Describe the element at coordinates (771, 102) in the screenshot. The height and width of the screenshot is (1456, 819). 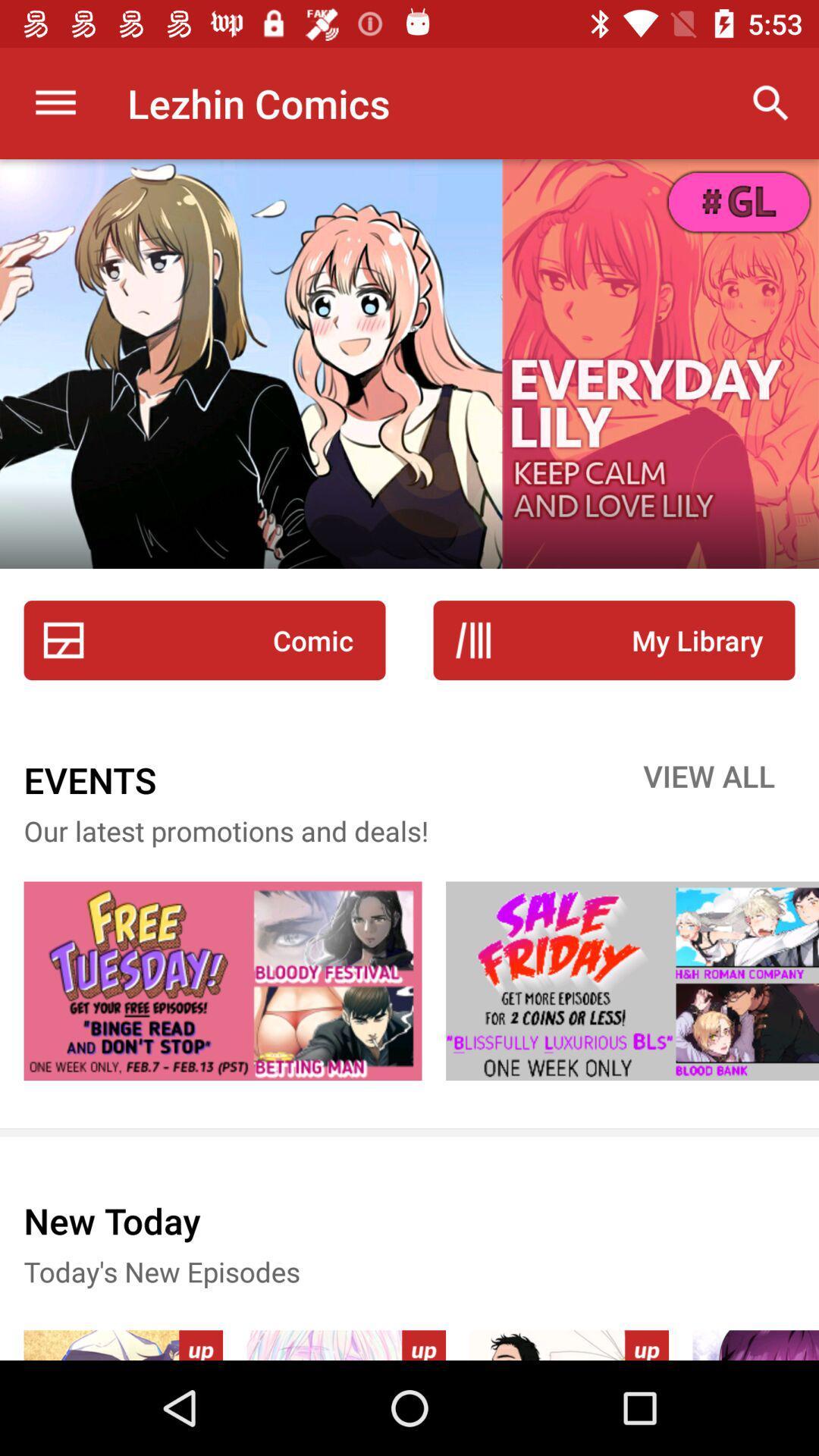
I see `item at the top right corner` at that location.